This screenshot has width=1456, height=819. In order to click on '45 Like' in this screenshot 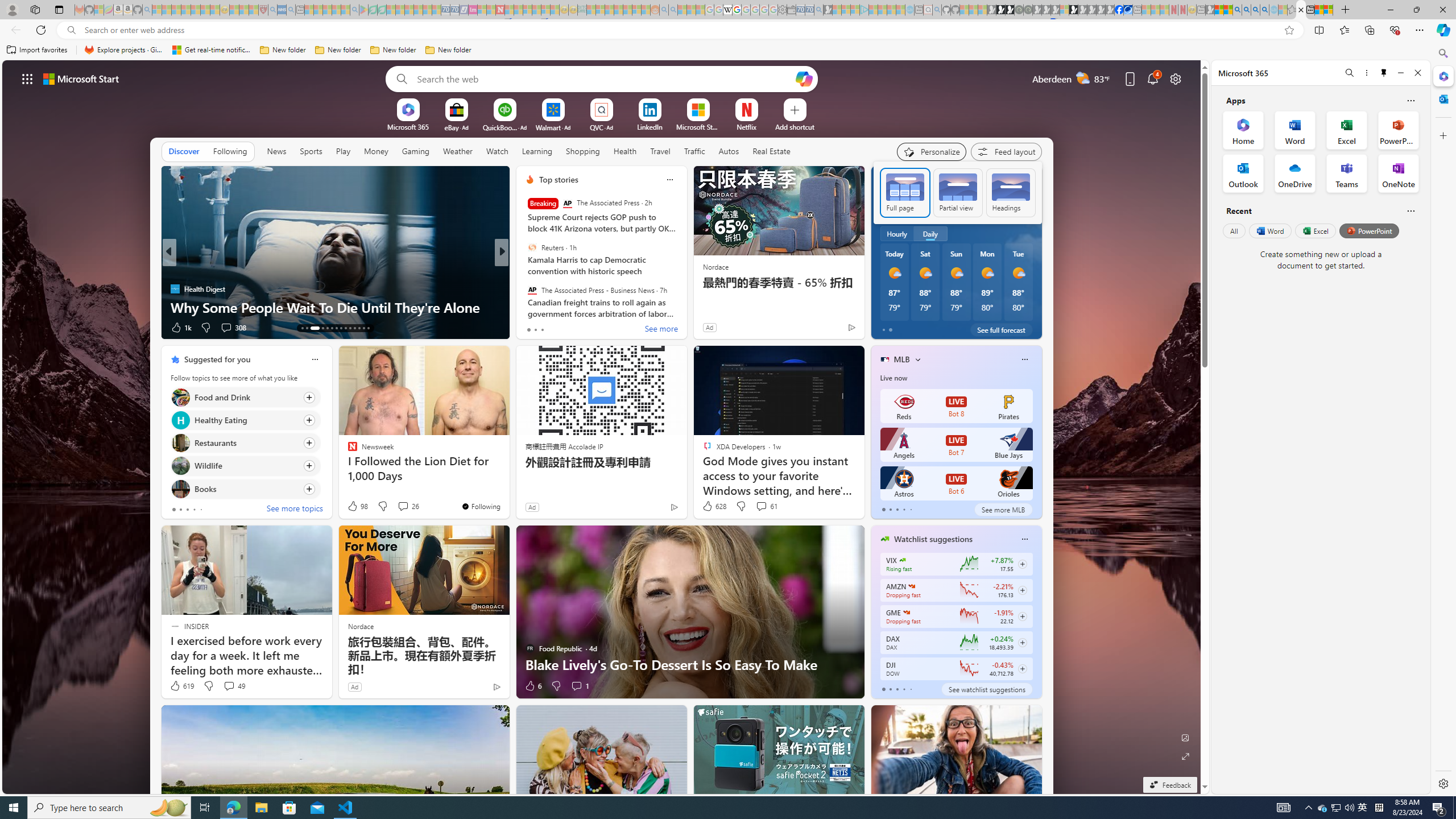, I will do `click(531, 327)`.